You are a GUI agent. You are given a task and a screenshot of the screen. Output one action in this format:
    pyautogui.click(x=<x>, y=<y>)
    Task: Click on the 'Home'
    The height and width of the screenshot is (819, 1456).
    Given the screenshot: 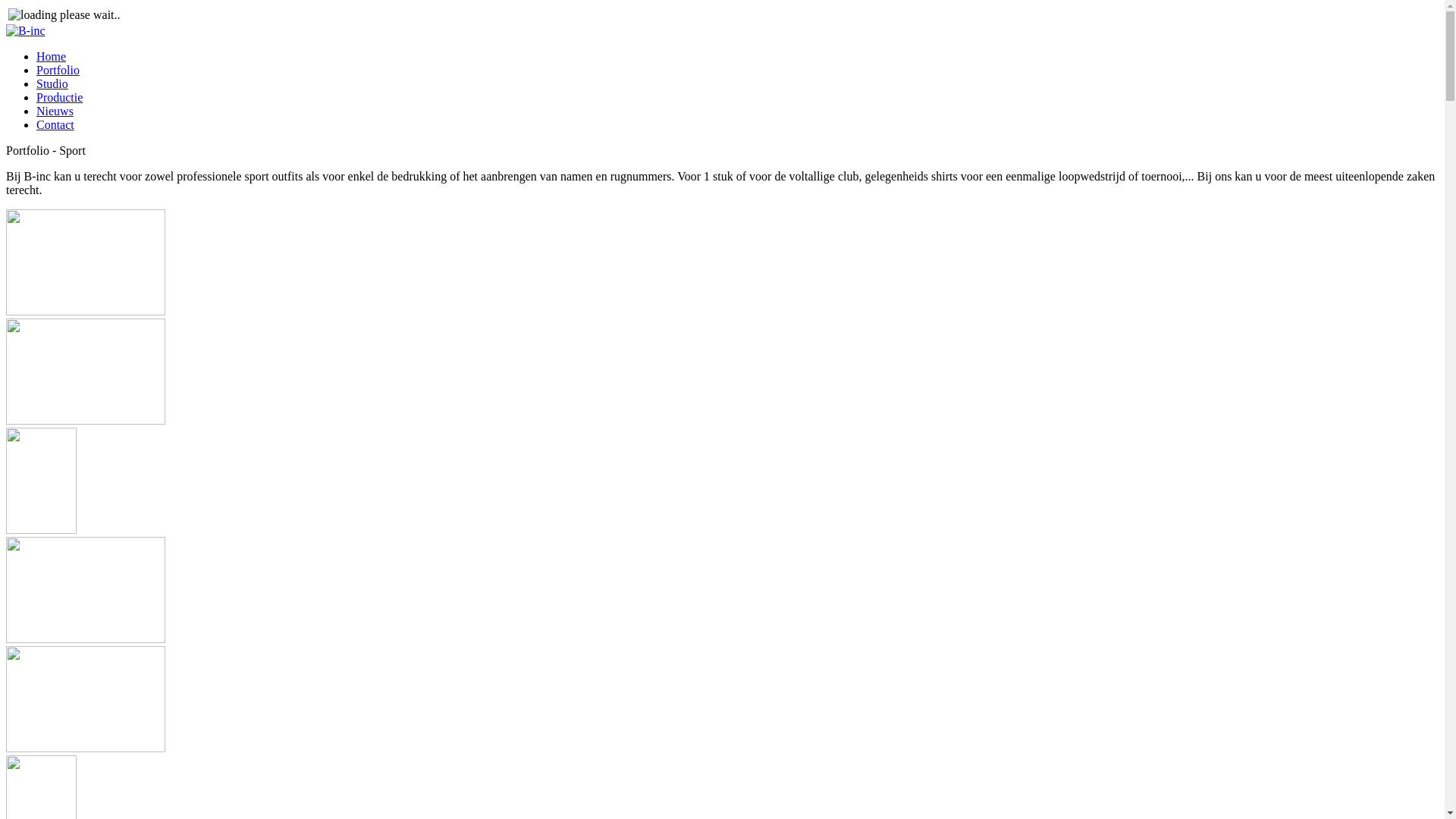 What is the action you would take?
    pyautogui.click(x=51, y=55)
    